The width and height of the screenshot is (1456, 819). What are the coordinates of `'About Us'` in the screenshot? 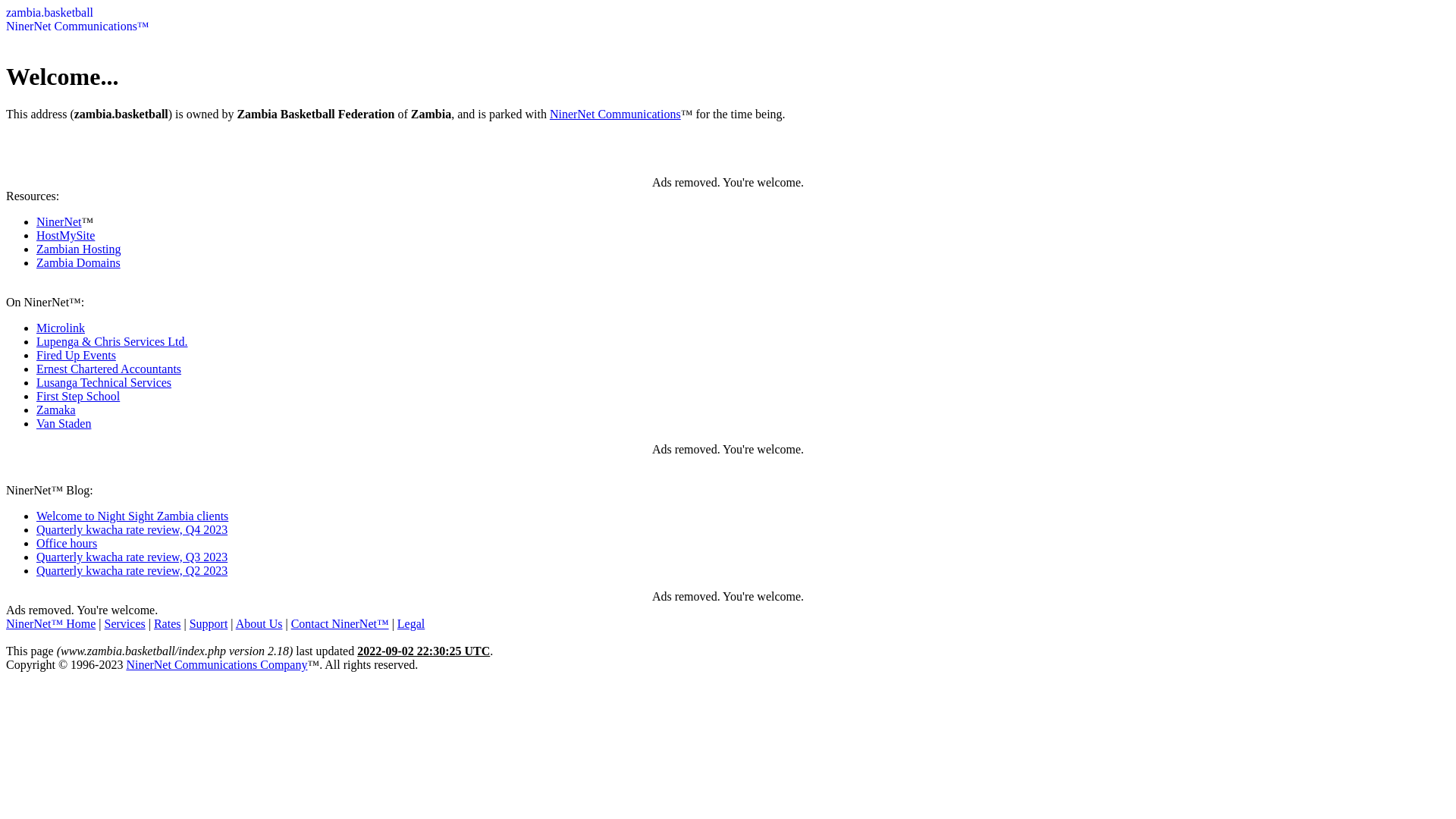 It's located at (259, 623).